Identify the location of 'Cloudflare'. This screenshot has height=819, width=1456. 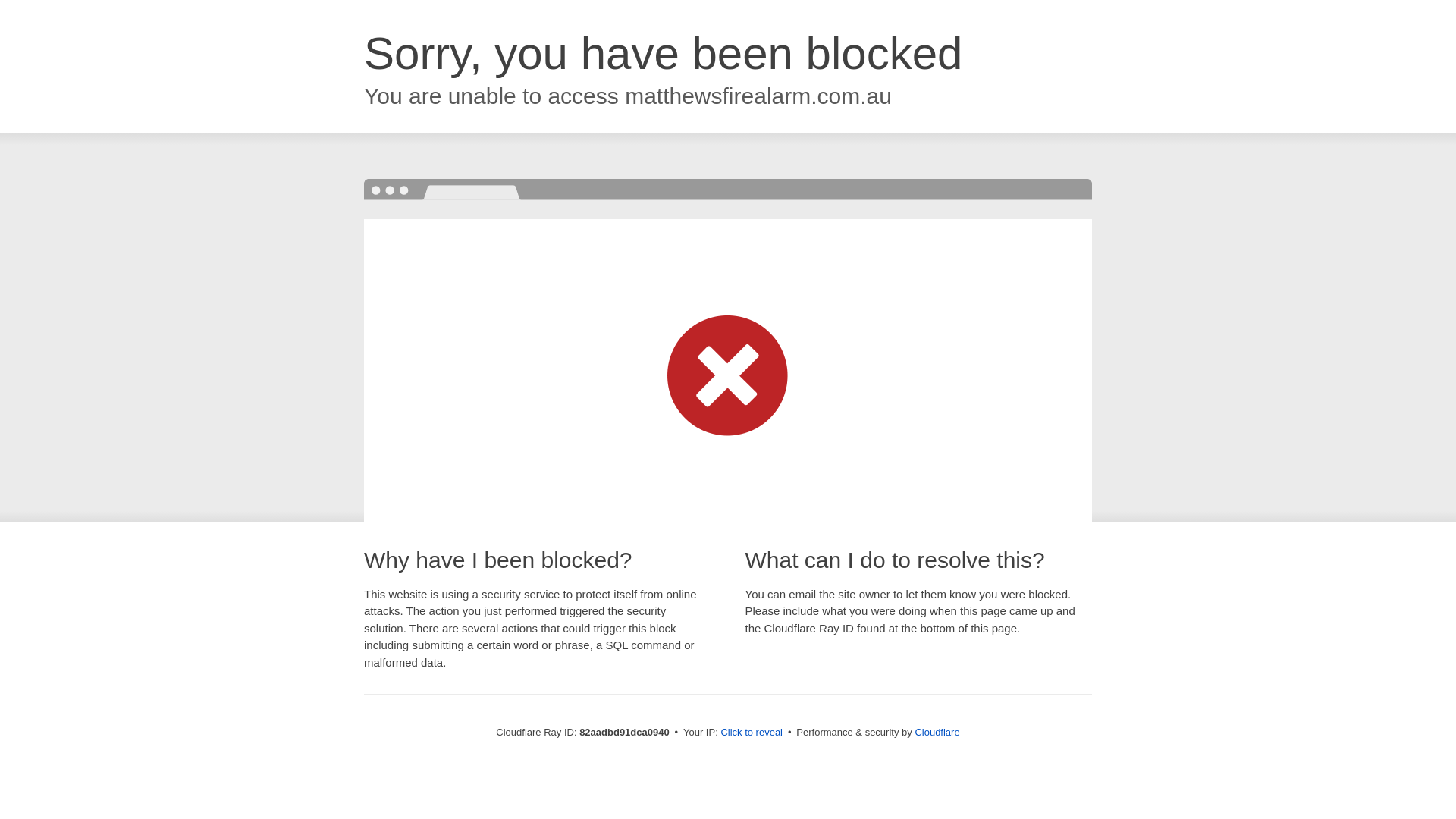
(936, 731).